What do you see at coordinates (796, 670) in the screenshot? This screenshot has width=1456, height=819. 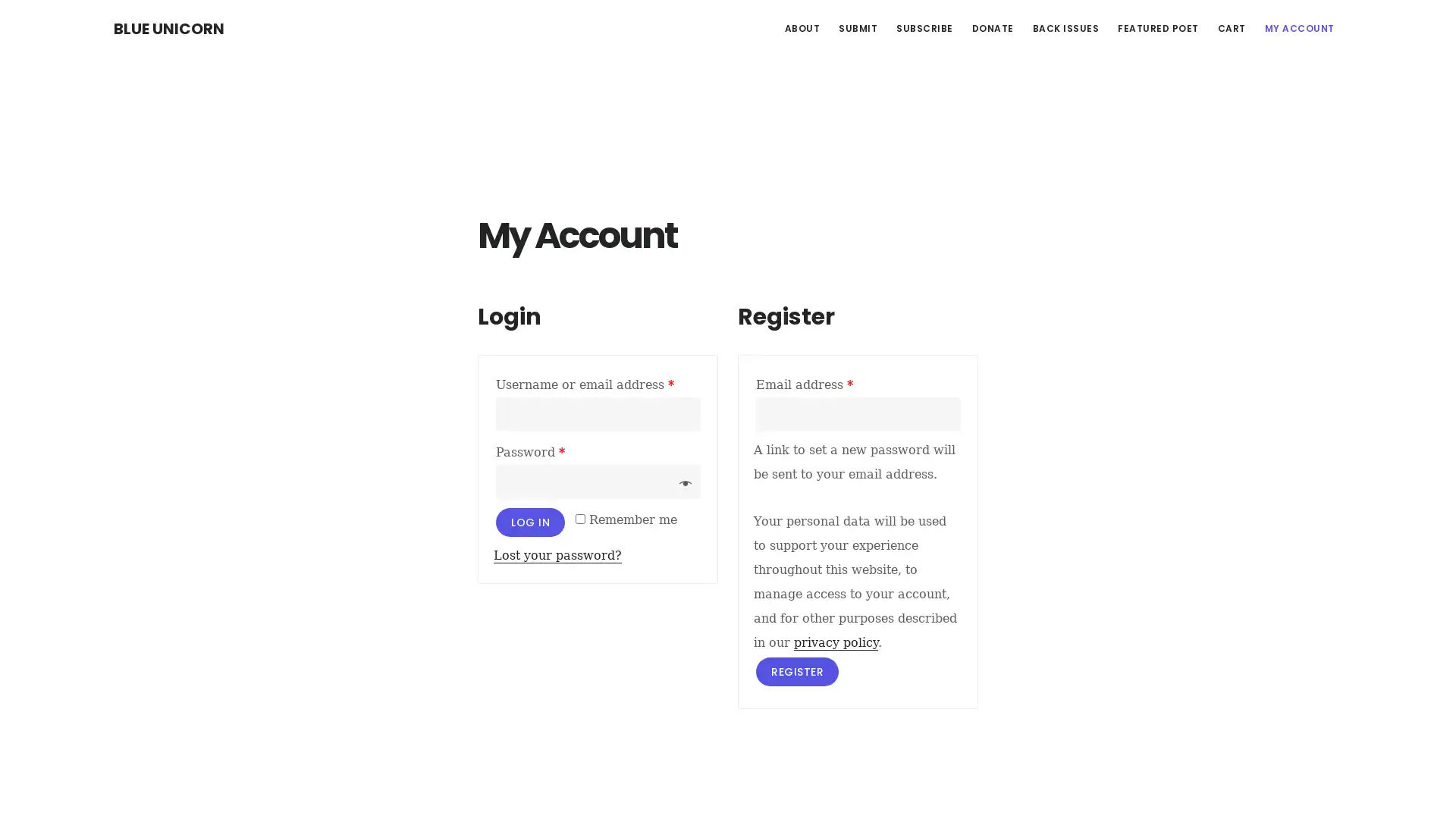 I see `REGISTER` at bounding box center [796, 670].